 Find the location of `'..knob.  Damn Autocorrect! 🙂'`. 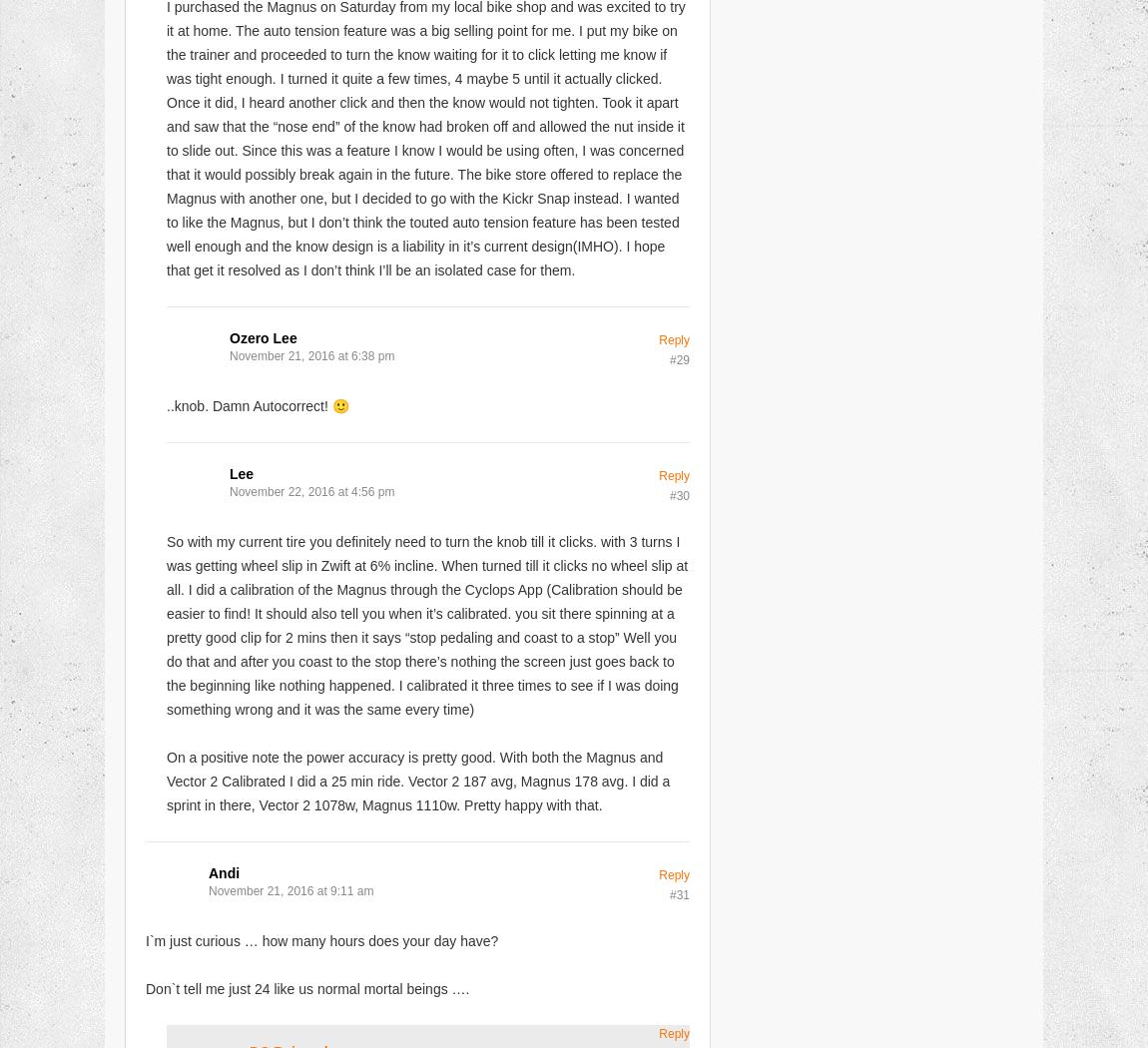

'..knob.  Damn Autocorrect! 🙂' is located at coordinates (256, 405).